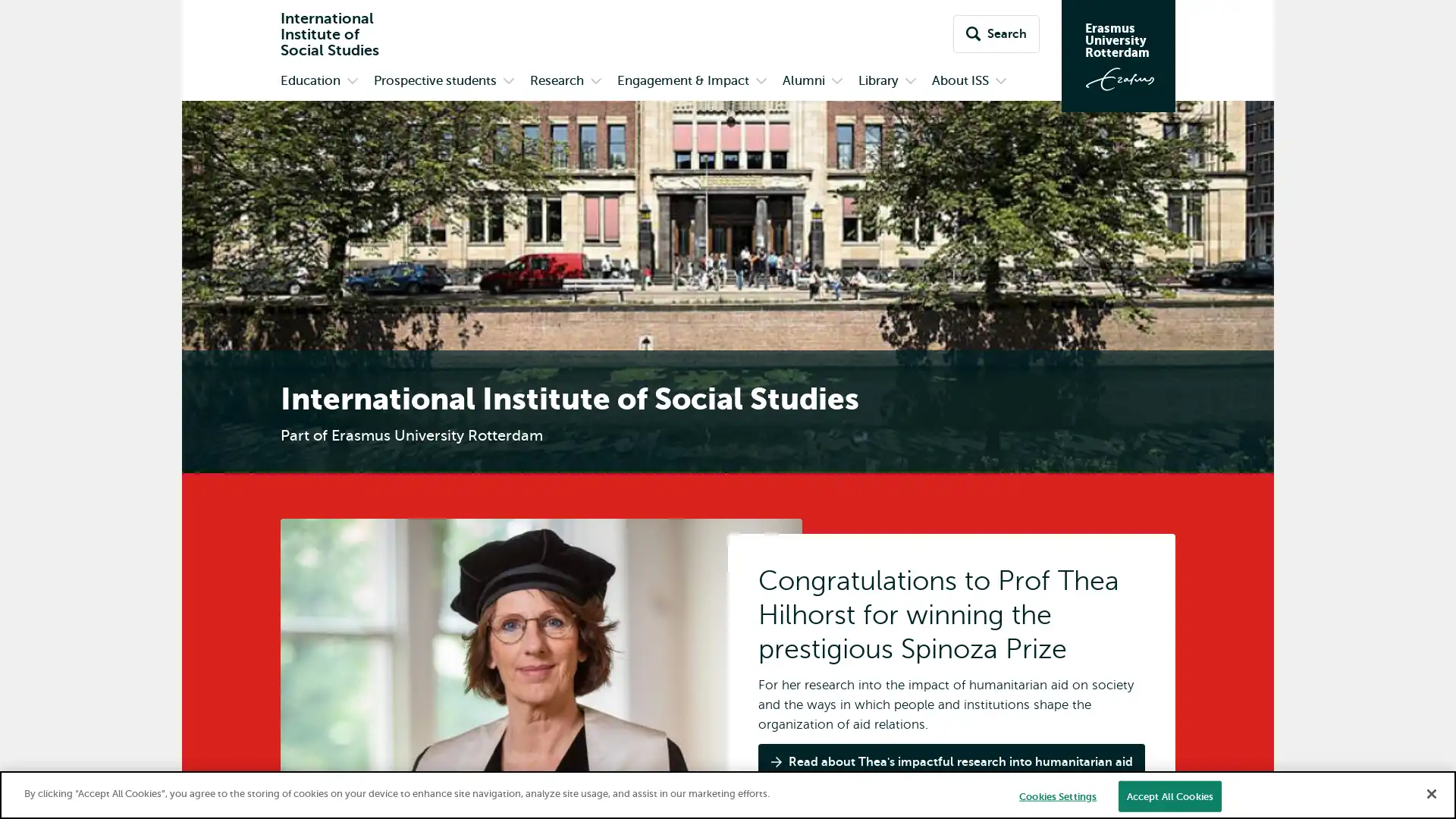 The height and width of the screenshot is (819, 1456). I want to click on Open submenu, so click(352, 82).